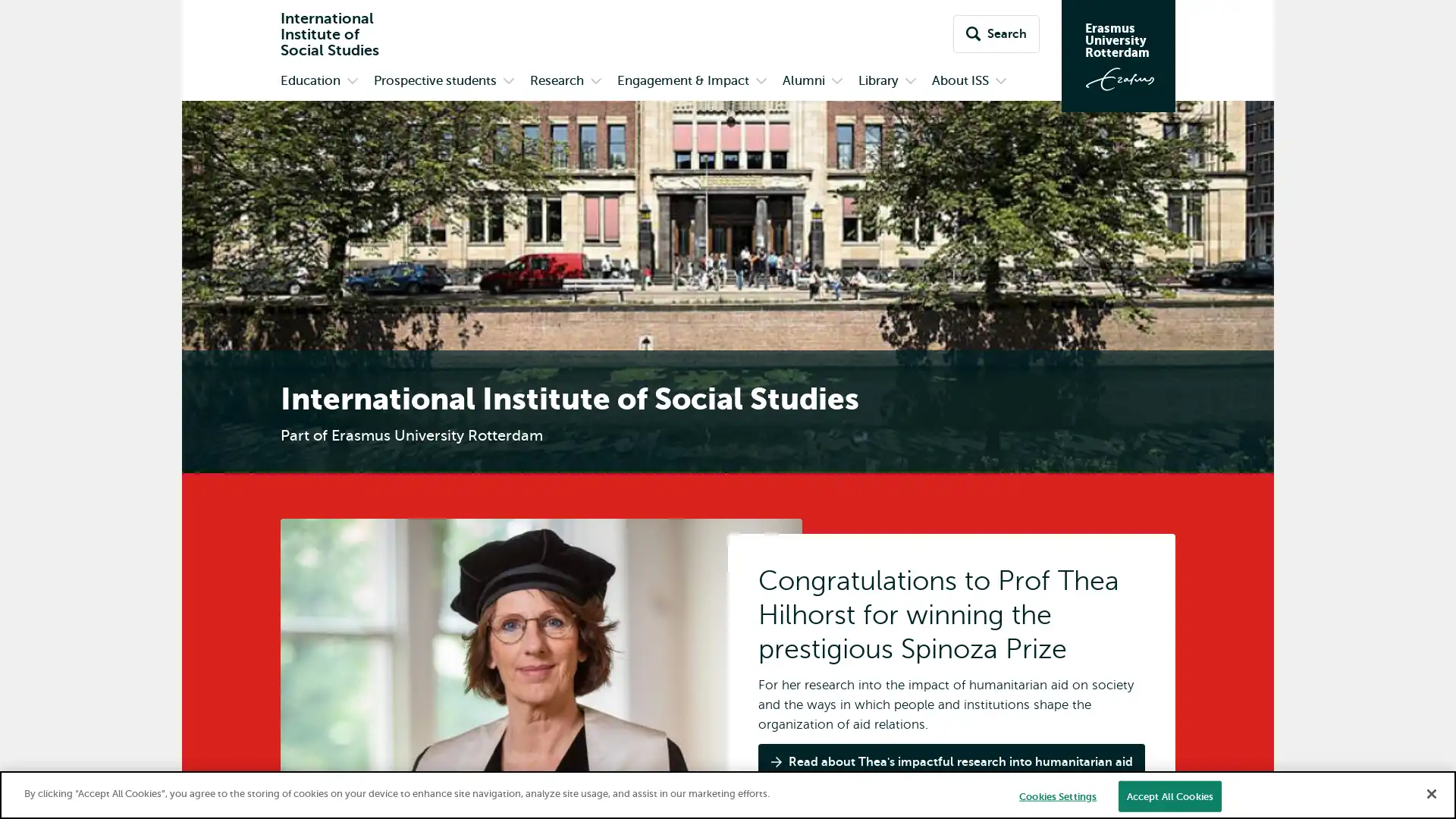 The height and width of the screenshot is (819, 1456). I want to click on Open submenu, so click(352, 82).